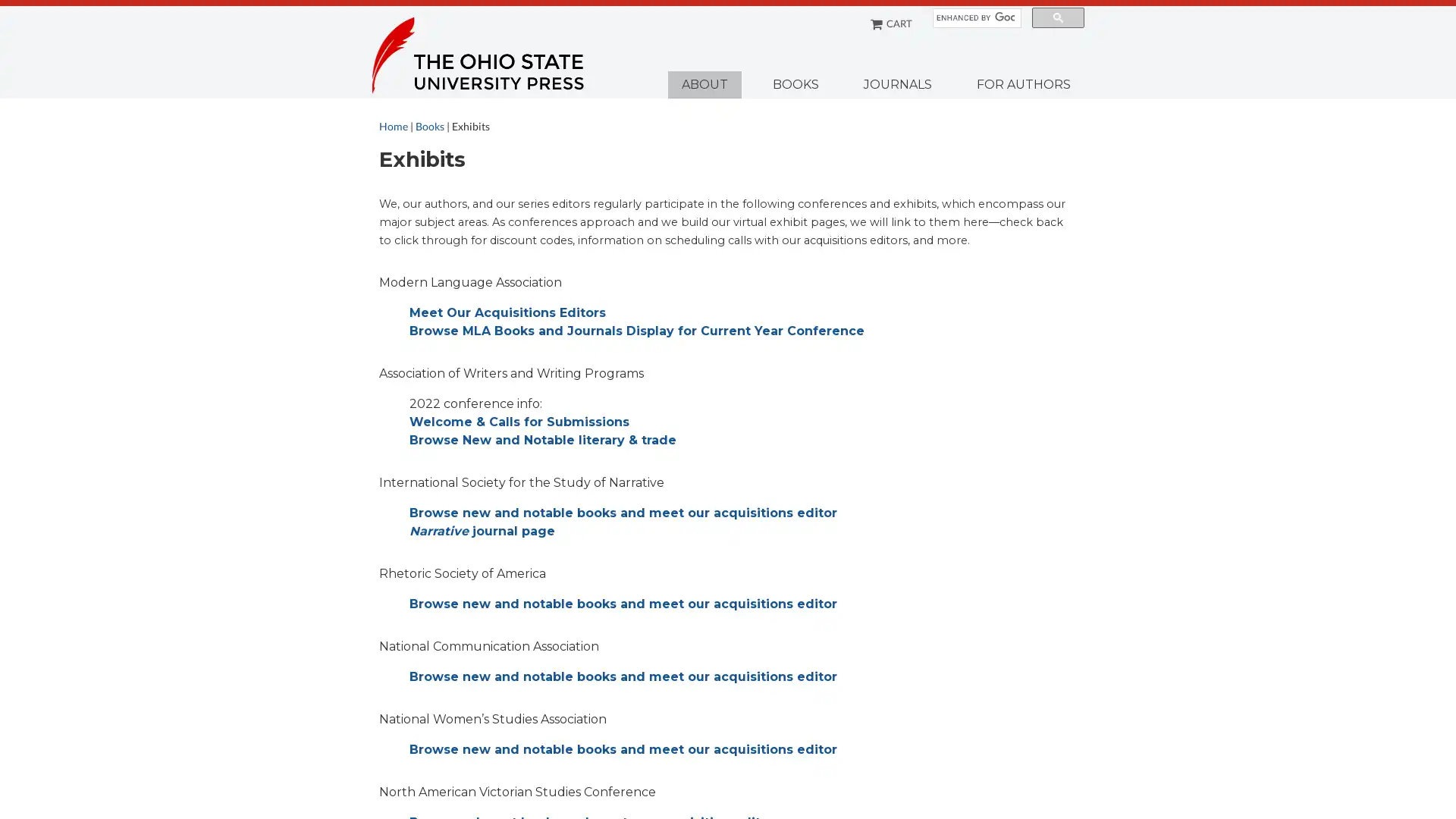  Describe the element at coordinates (1057, 17) in the screenshot. I see `search` at that location.